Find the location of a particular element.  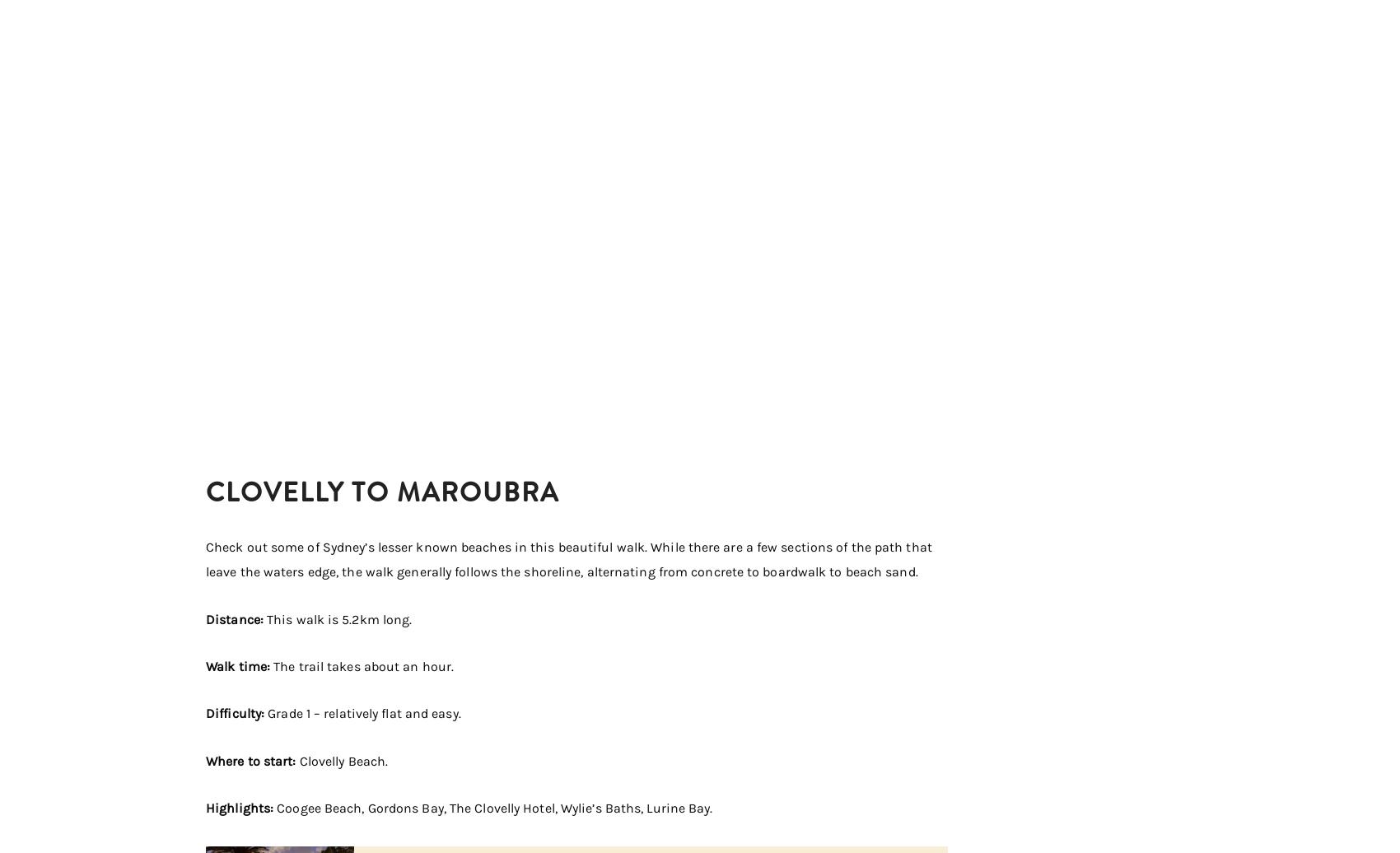

'Difficulty:' is located at coordinates (206, 713).